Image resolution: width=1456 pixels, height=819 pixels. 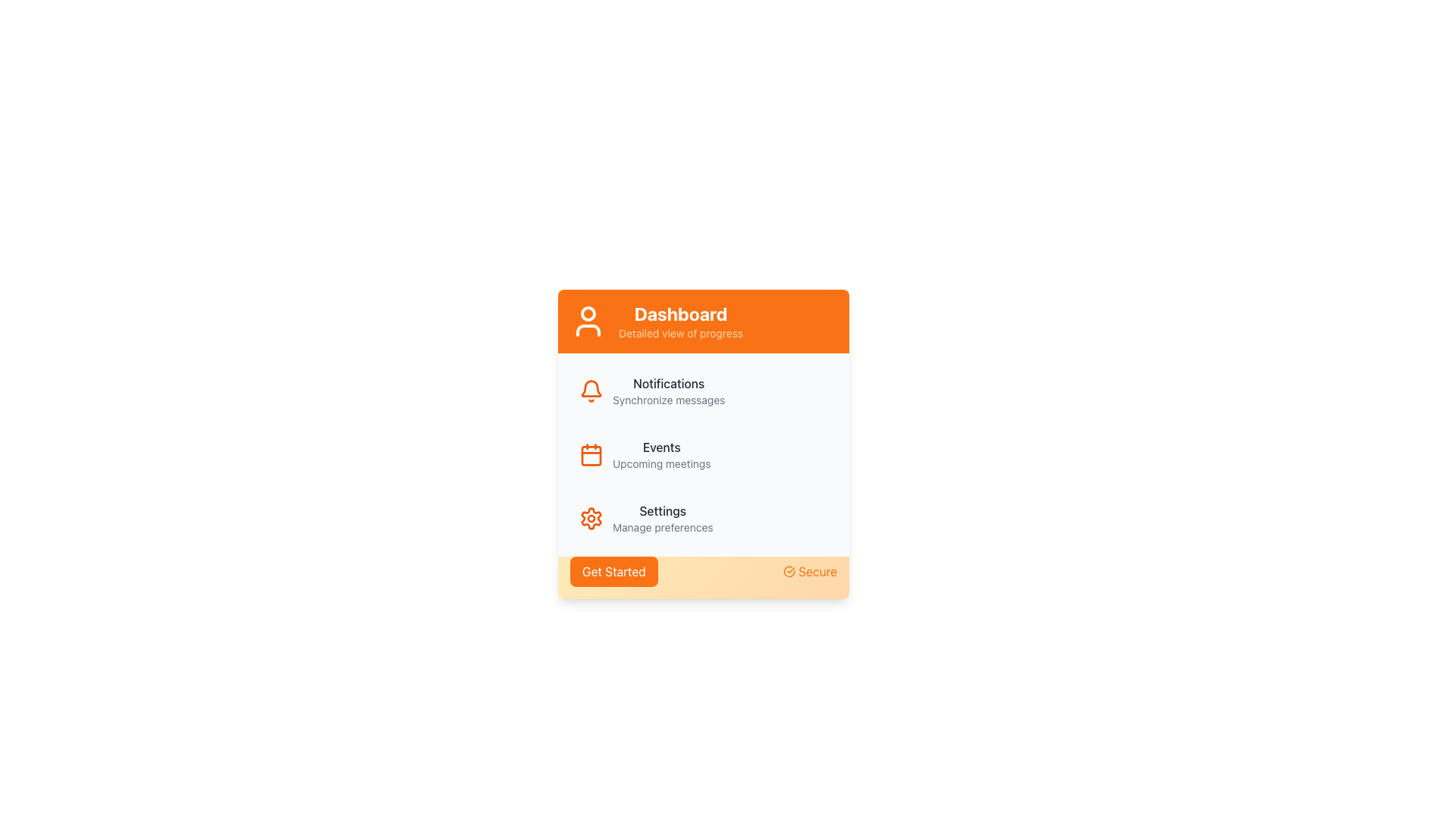 What do you see at coordinates (663, 517) in the screenshot?
I see `the text display element that shows 'Settings' in bold dark-gray font and 'Manage preferences' in lighter gray font, located in the settings section of a user panel` at bounding box center [663, 517].